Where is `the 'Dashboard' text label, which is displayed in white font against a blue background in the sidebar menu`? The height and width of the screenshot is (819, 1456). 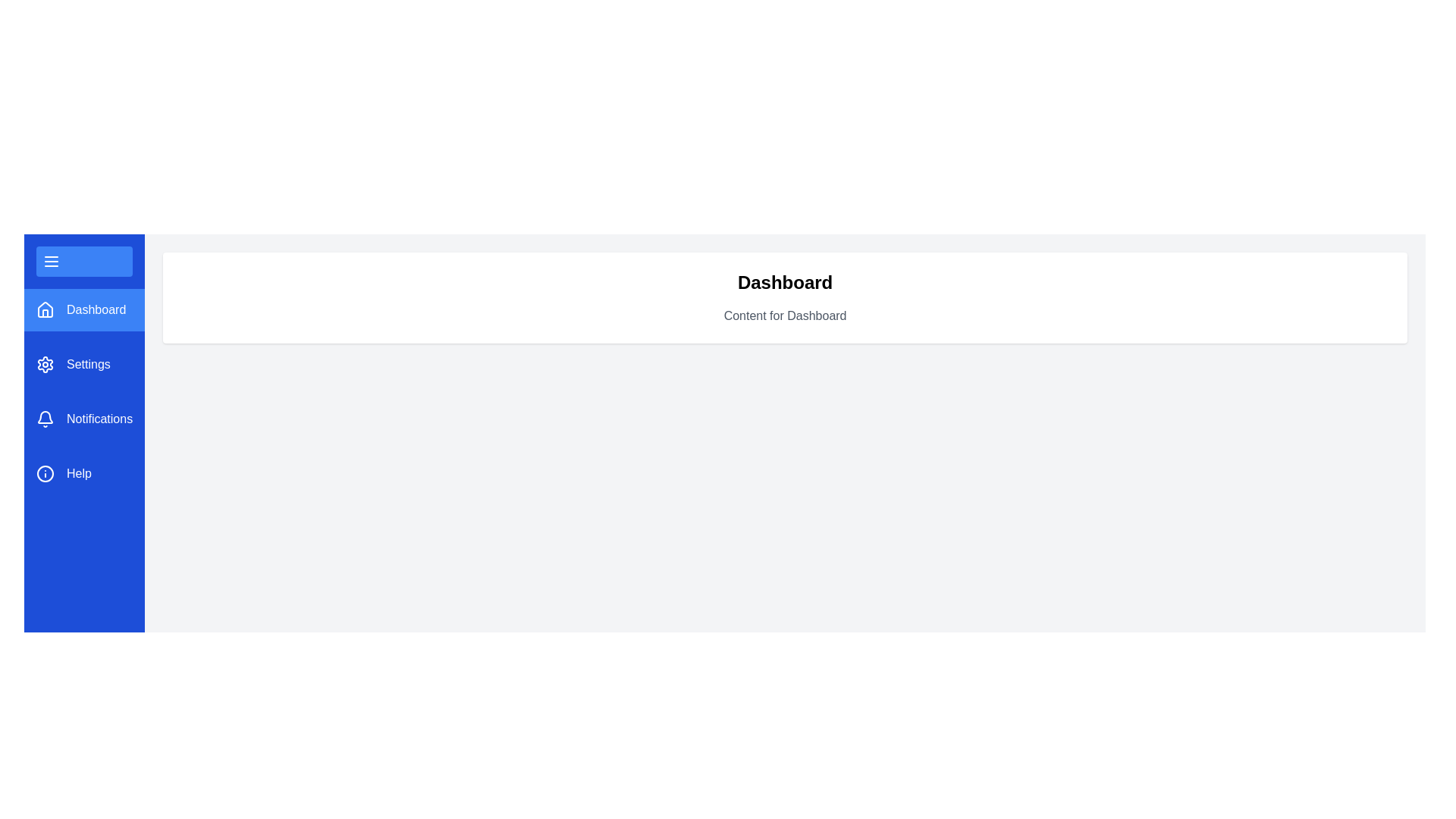 the 'Dashboard' text label, which is displayed in white font against a blue background in the sidebar menu is located at coordinates (96, 309).